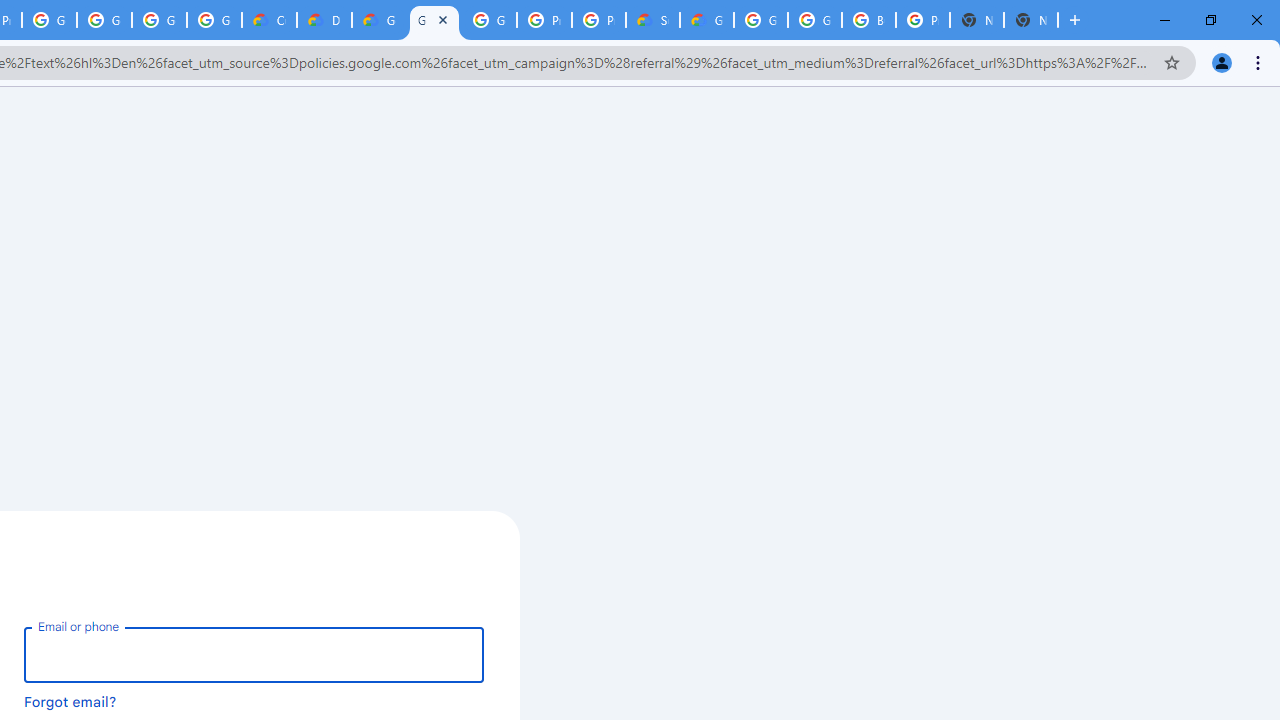 This screenshot has width=1280, height=720. Describe the element at coordinates (253, 654) in the screenshot. I see `'Email or phone'` at that location.